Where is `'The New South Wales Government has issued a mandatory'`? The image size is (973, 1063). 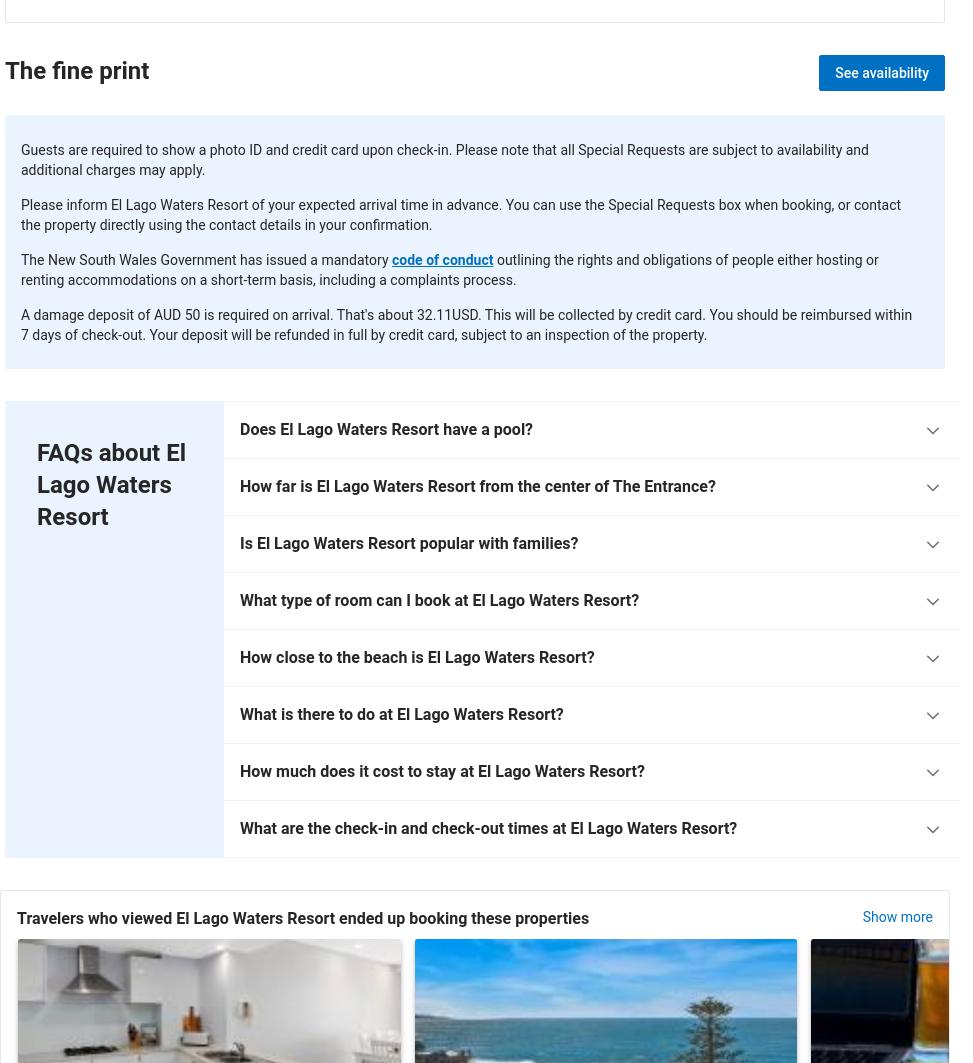
'The New South Wales Government has issued a mandatory' is located at coordinates (205, 259).